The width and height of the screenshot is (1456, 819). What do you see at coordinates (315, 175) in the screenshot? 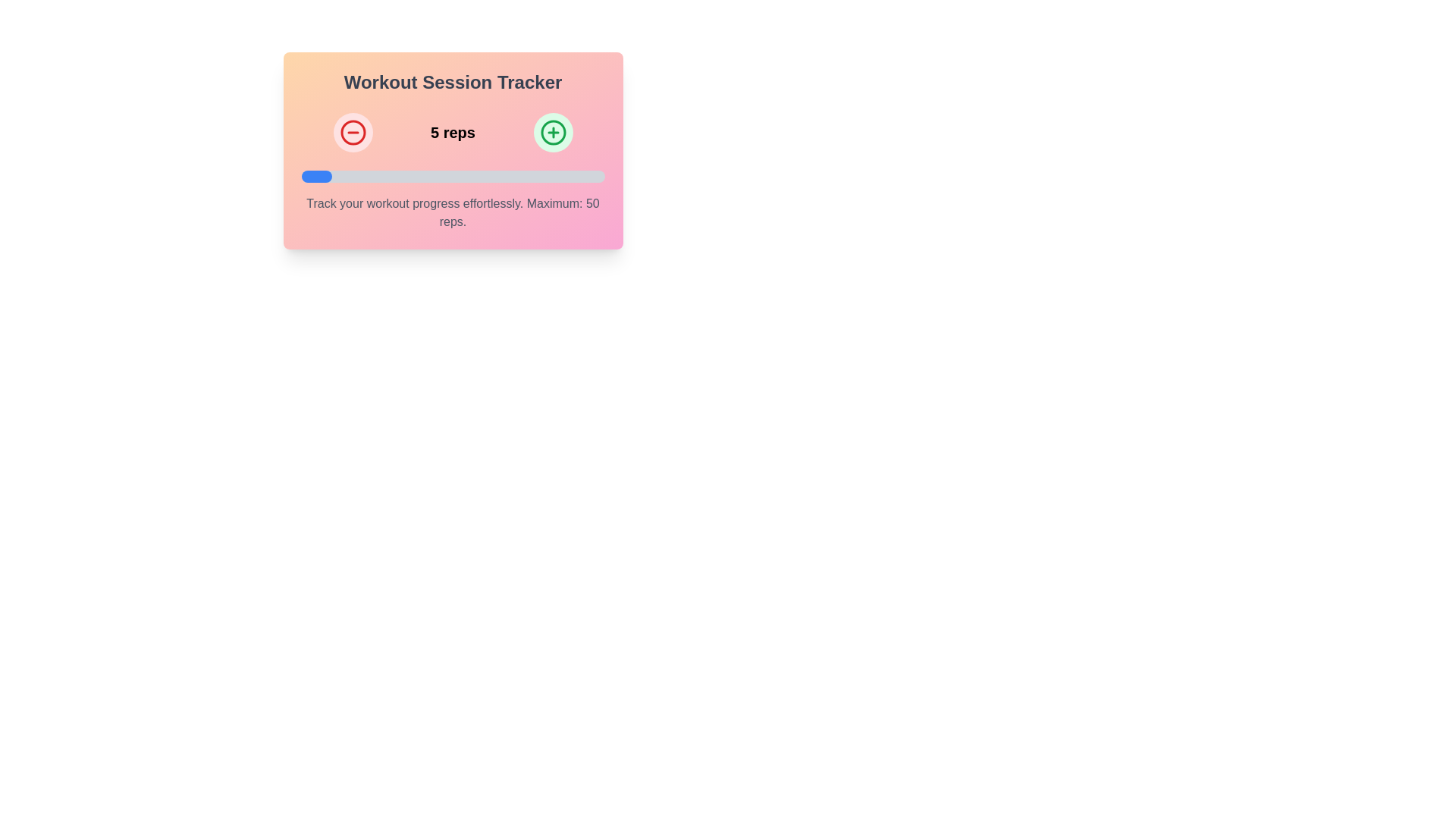
I see `the progress indicator at the beginning of the progress bar, which visually shows 10% progress` at bounding box center [315, 175].